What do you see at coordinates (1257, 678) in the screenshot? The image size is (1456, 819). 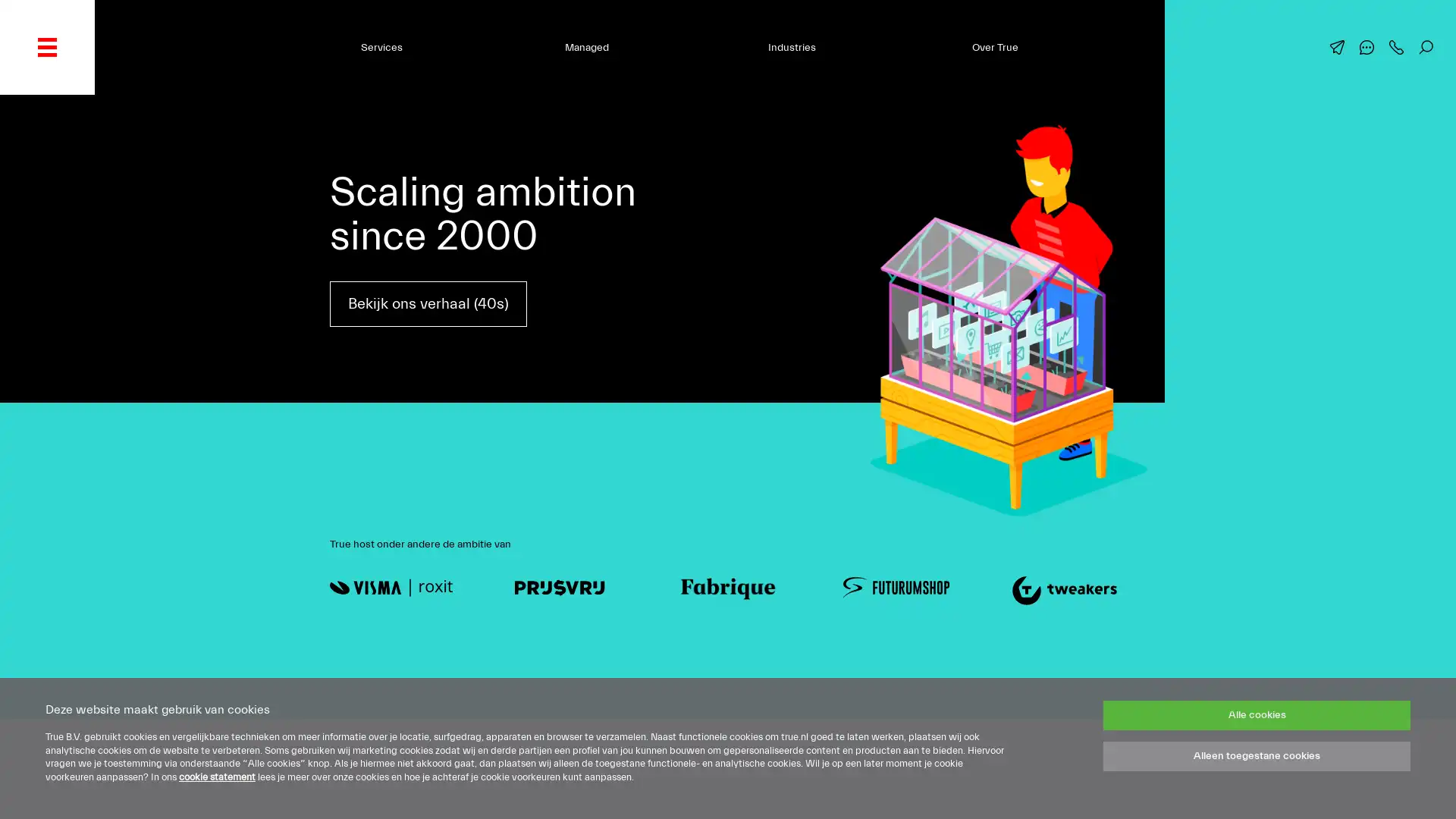 I see `Alle cookies` at bounding box center [1257, 678].